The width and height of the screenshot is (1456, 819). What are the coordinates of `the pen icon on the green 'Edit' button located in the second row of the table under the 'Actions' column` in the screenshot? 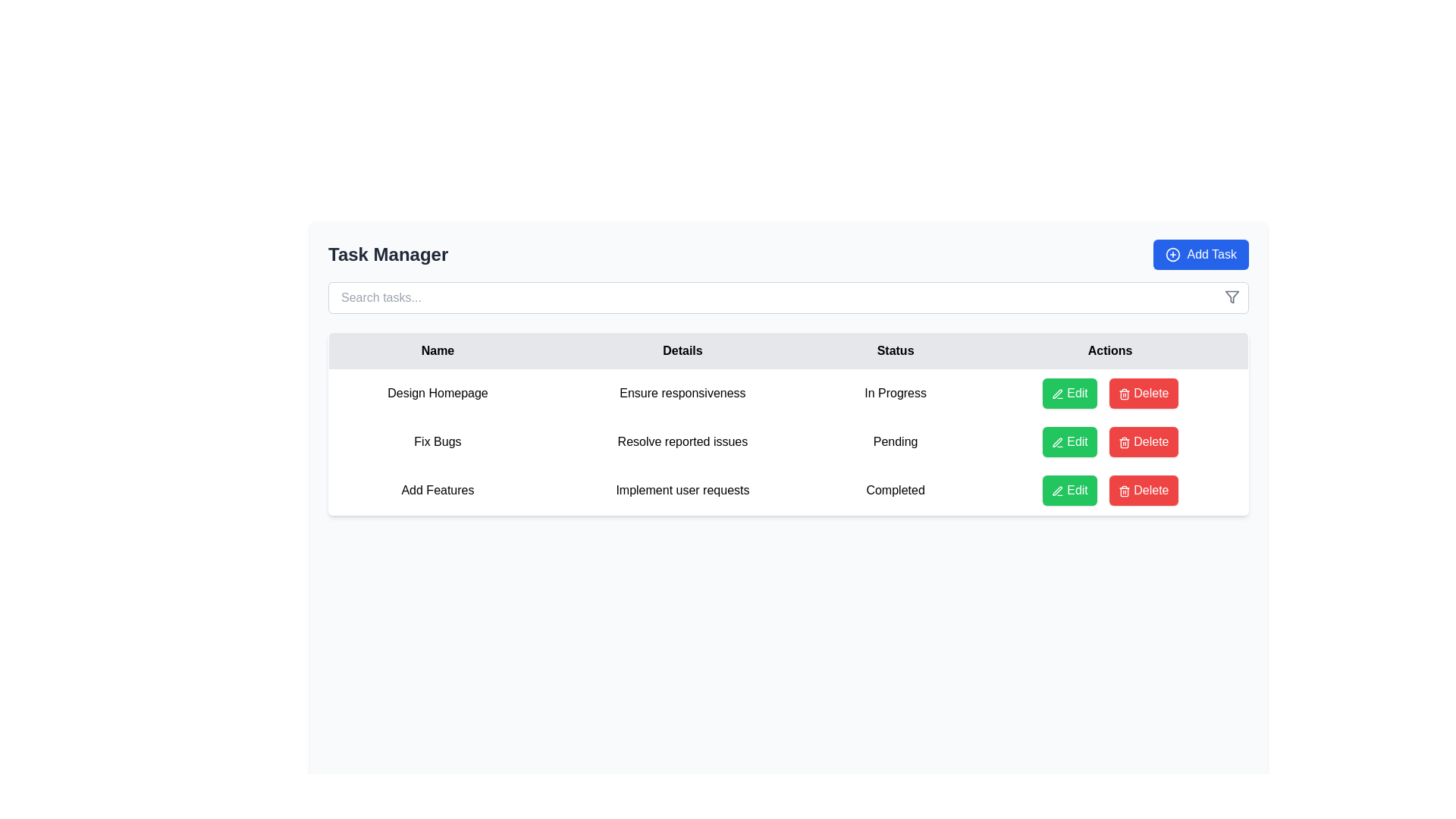 It's located at (1056, 442).